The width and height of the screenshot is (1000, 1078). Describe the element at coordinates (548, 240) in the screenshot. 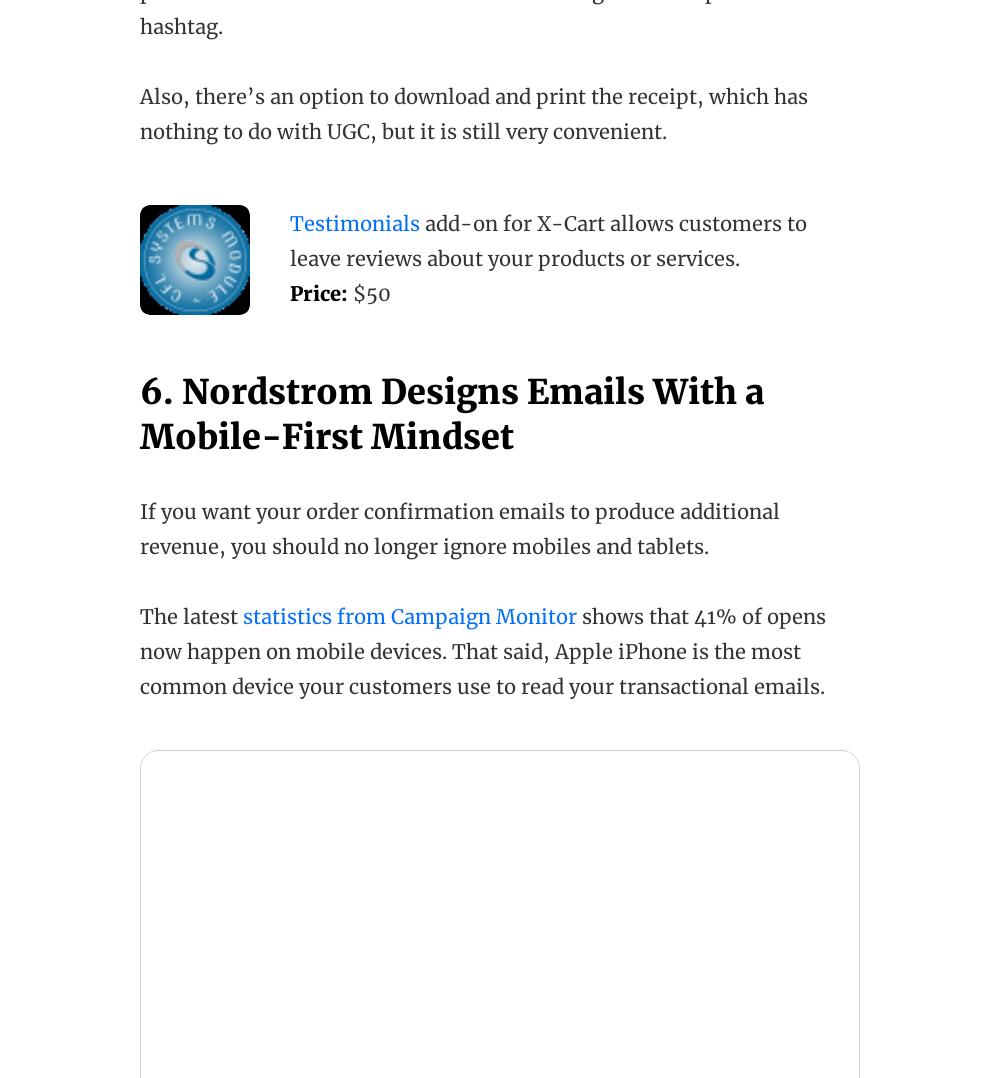

I see `'add-on for X-Cart allows customers to leave reviews about your products or services.'` at that location.